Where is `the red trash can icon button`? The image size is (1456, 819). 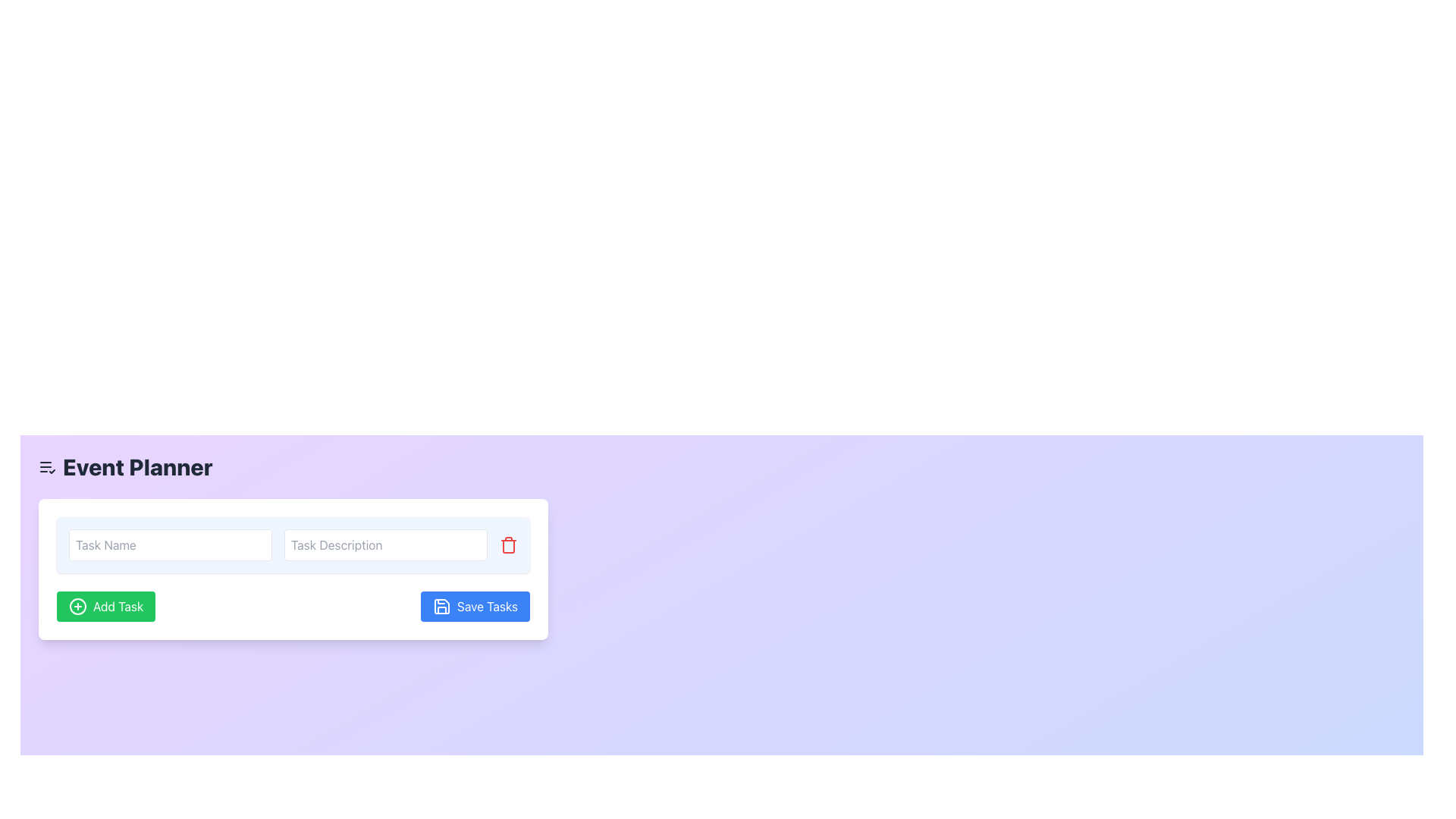
the red trash can icon button is located at coordinates (509, 544).